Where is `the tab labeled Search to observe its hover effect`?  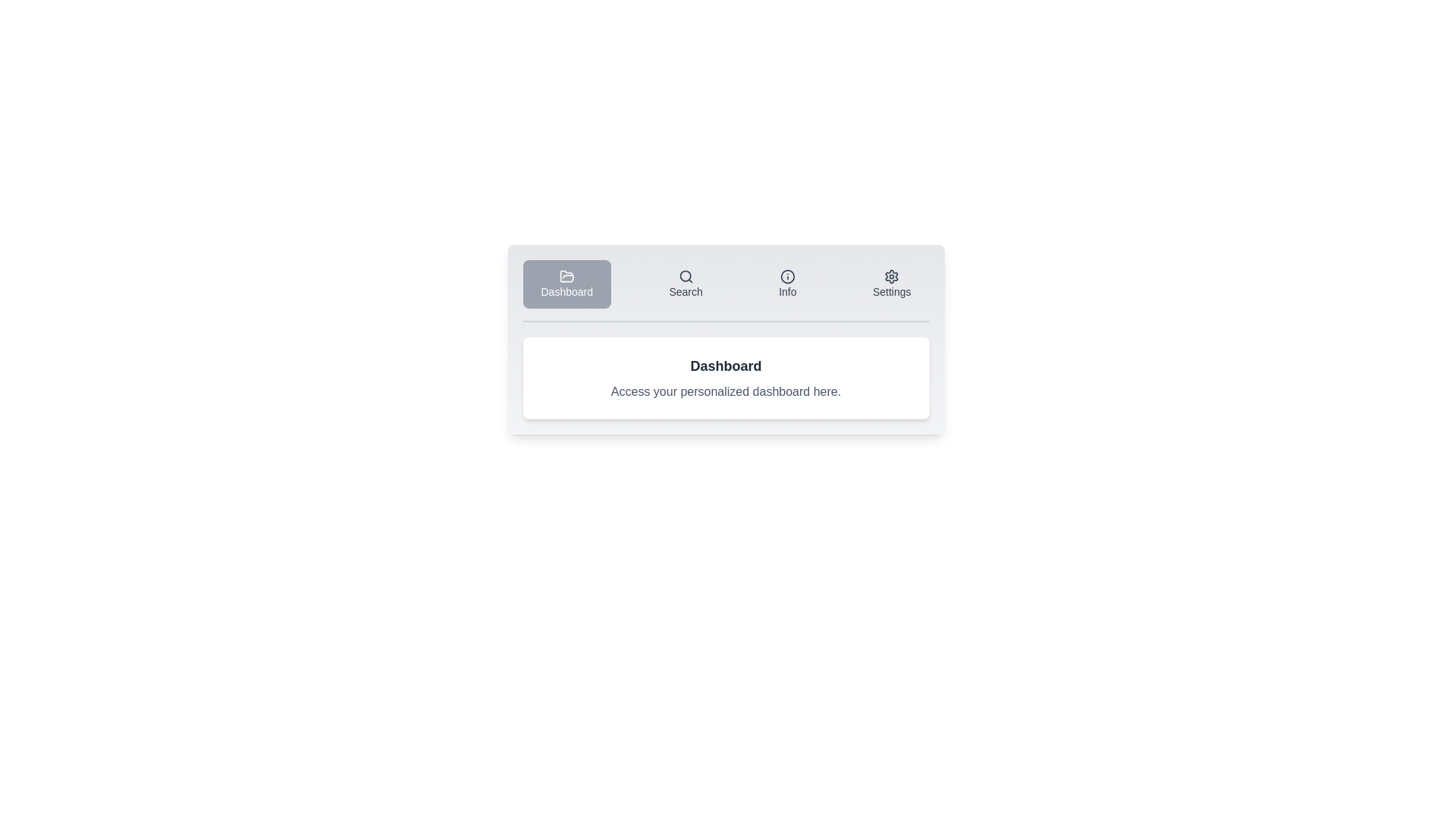
the tab labeled Search to observe its hover effect is located at coordinates (685, 284).